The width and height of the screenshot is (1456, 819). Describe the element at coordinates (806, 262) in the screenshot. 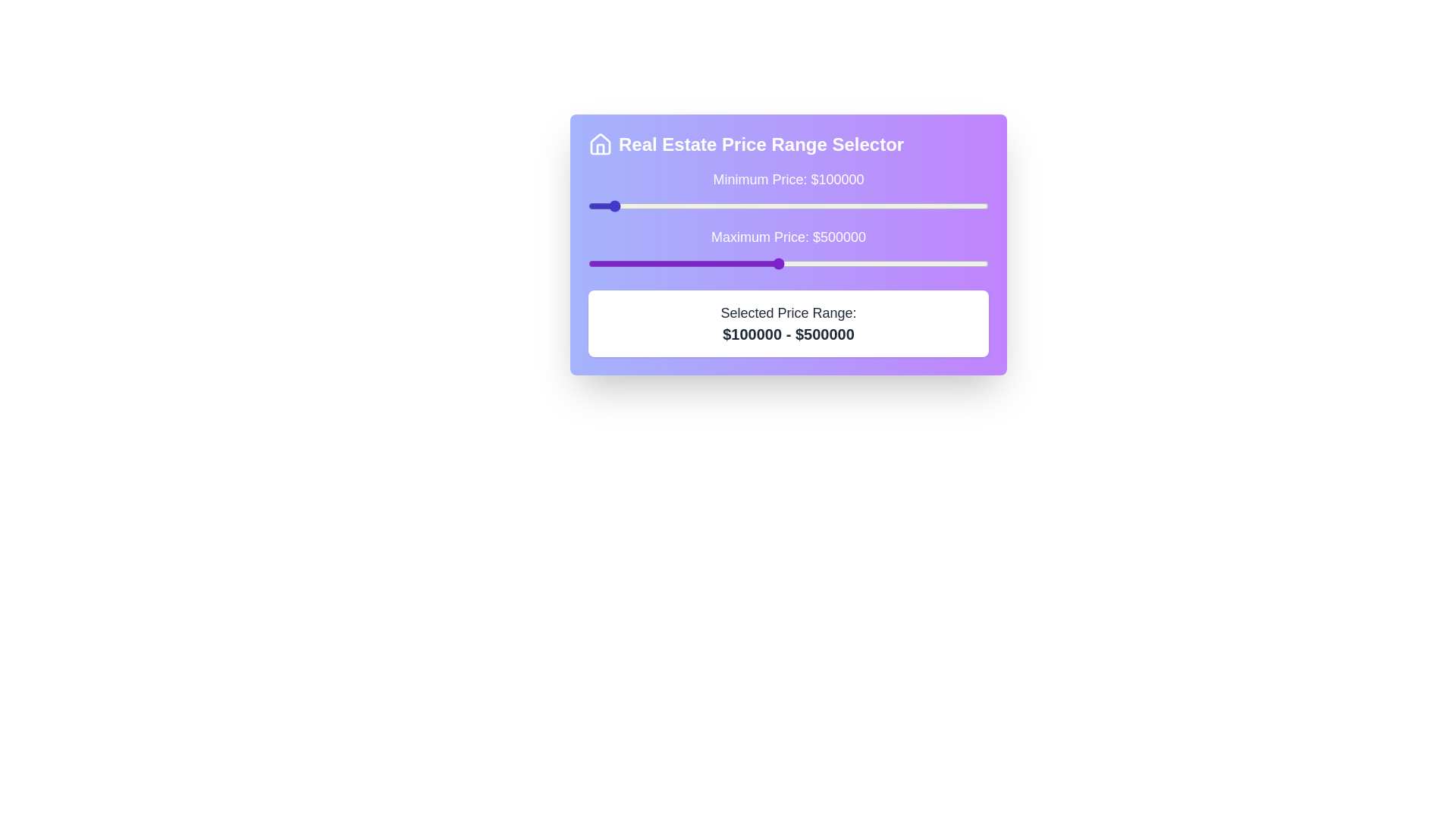

I see `the maximum price slider to 569593` at that location.